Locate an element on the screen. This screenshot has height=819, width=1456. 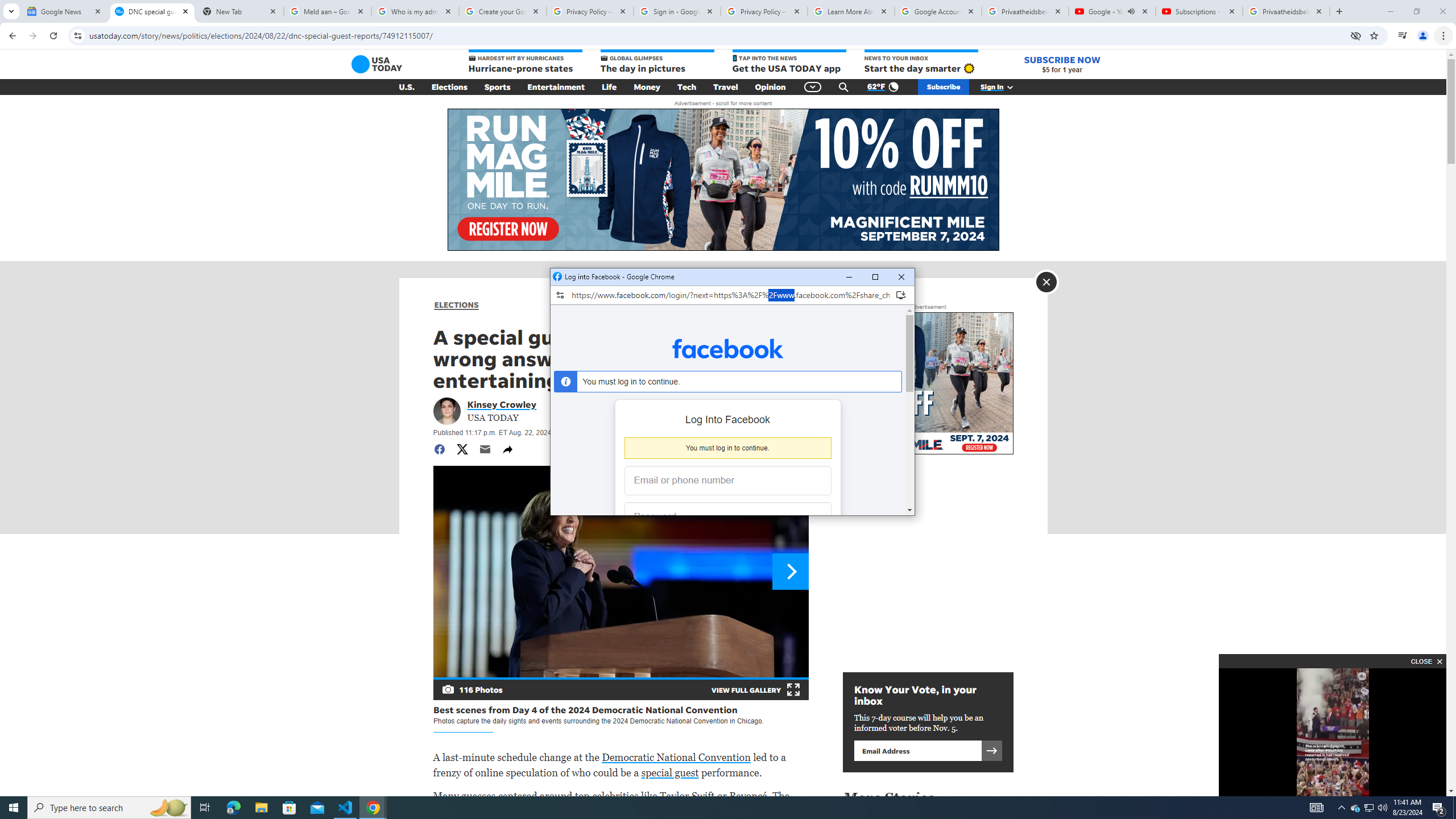
'Who is my administrator? - Google Account Help' is located at coordinates (415, 11).